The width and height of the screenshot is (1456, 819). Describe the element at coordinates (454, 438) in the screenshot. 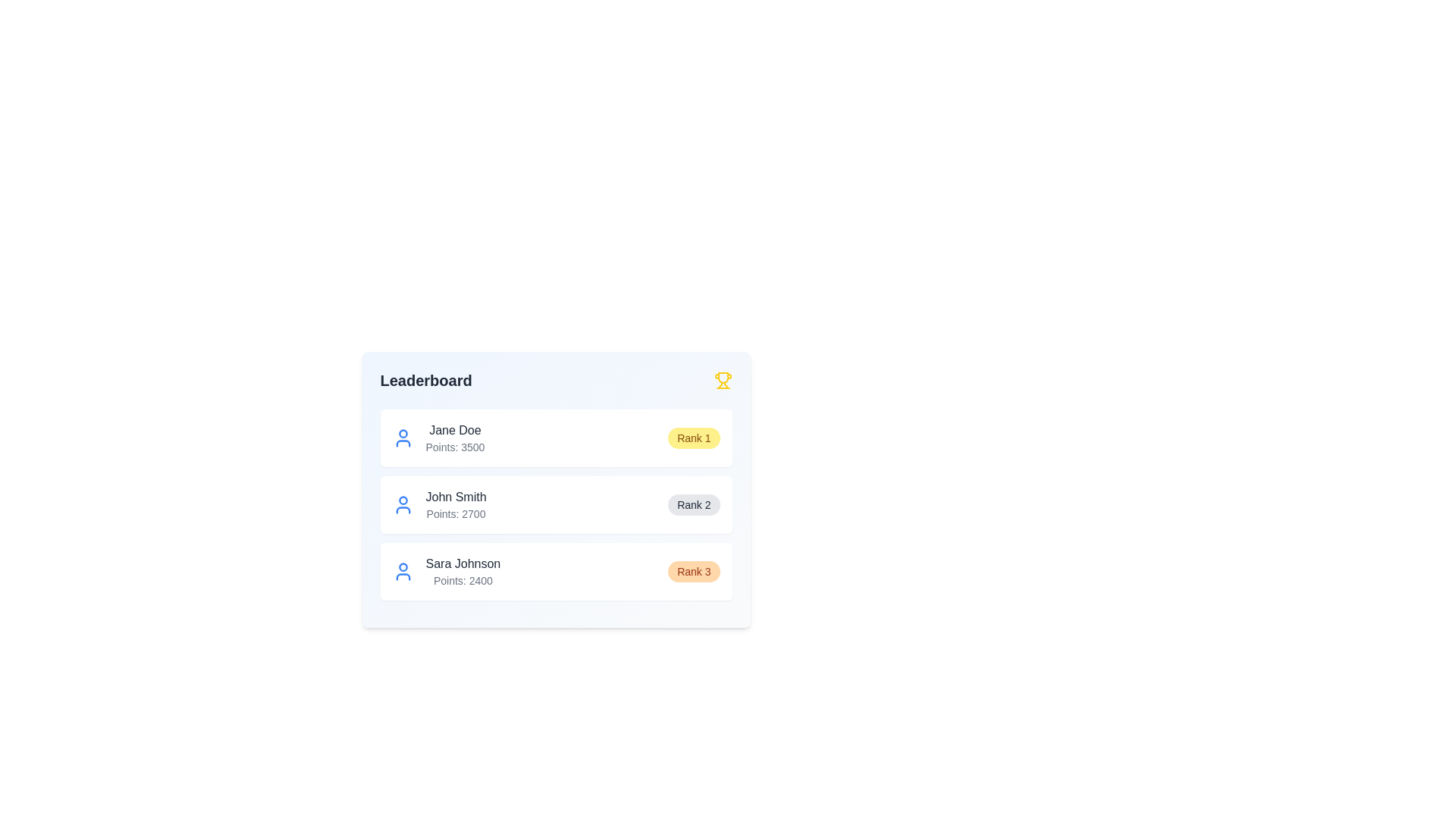

I see `text content displayed in the text block for the top-ranked user, positioned above the 'Rank 1' badge in the leaderboard interface` at that location.